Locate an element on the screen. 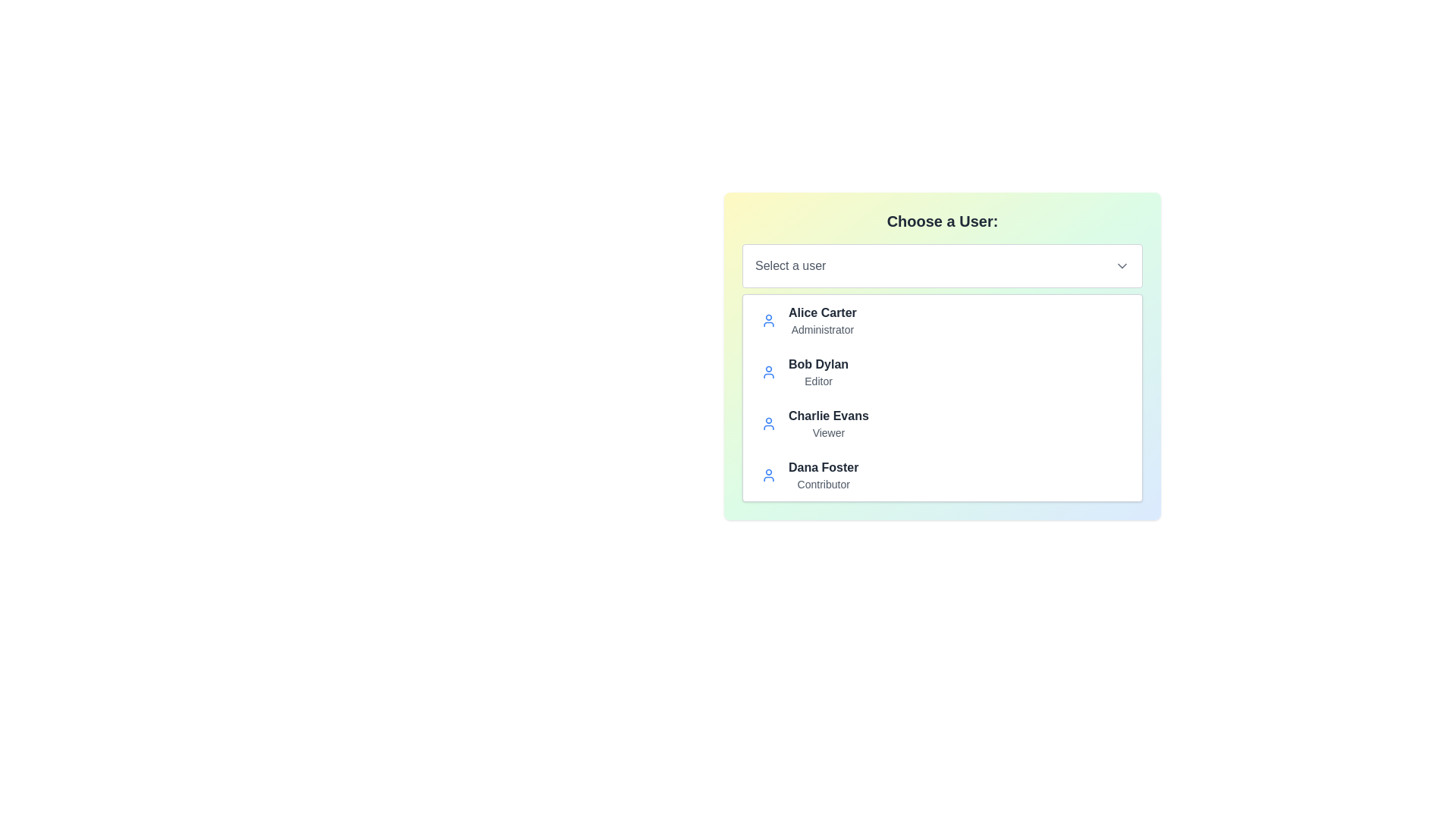  the user icon representing 'Dana Foster', which is the first visual element in the row associated with the name, positioned to the left of the text 'Dana Foster' and 'Contributor' is located at coordinates (768, 475).